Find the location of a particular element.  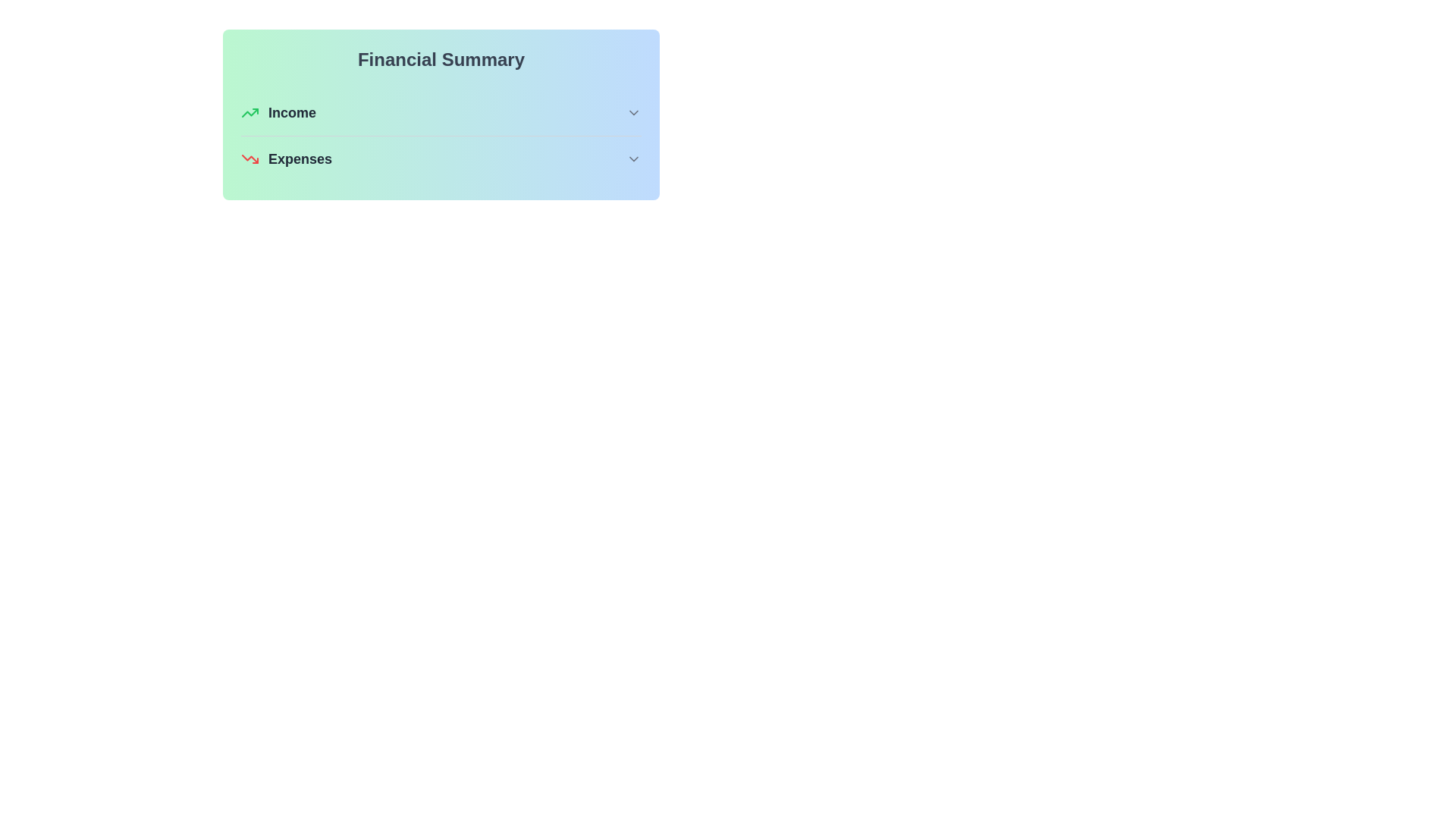

the 'Expenses' list item in the Financial Summary panel, which is the second item in a vertical list of financial categories is located at coordinates (287, 158).